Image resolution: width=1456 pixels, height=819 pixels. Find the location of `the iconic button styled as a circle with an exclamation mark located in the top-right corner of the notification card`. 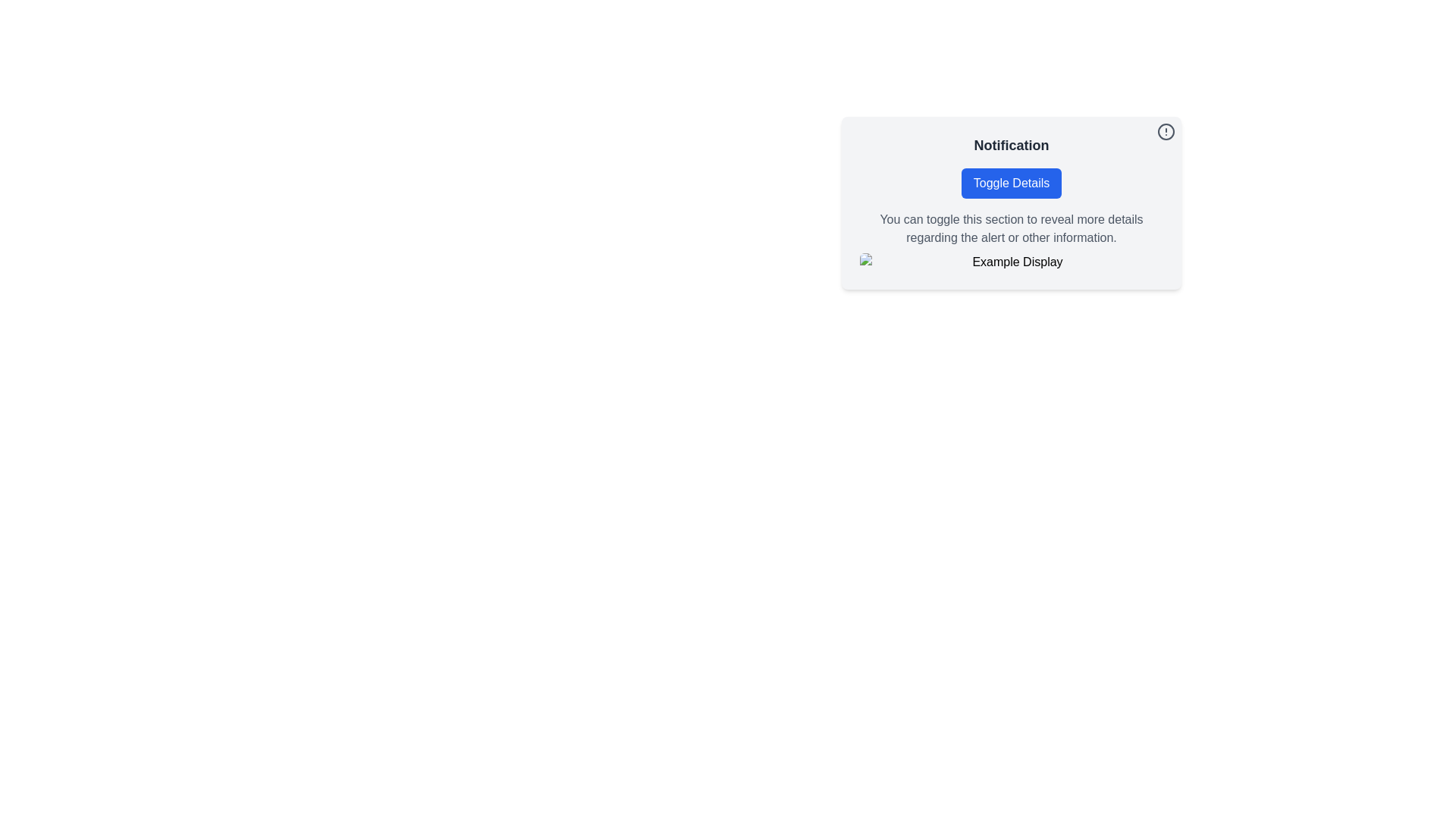

the iconic button styled as a circle with an exclamation mark located in the top-right corner of the notification card is located at coordinates (1165, 130).